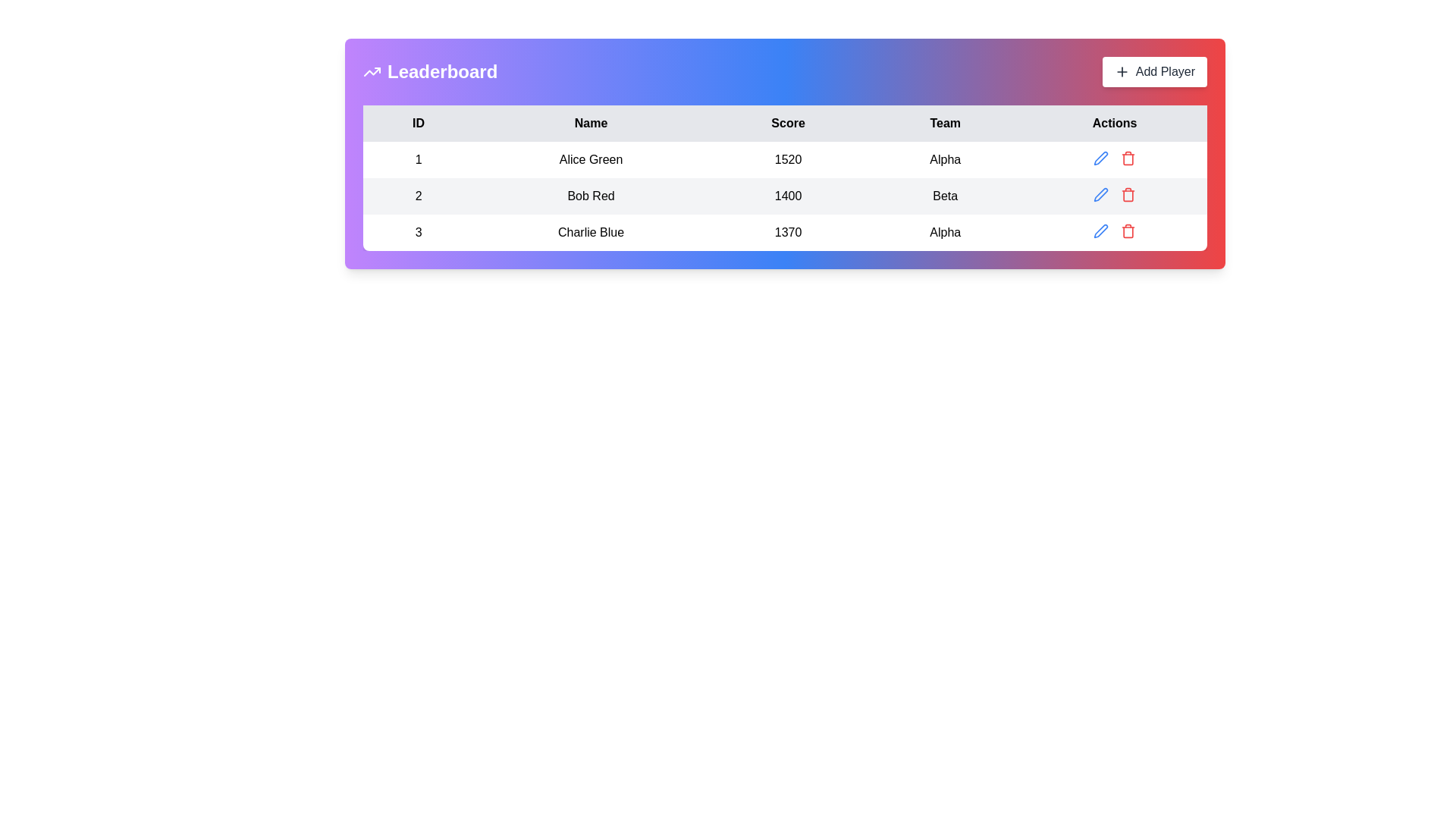 The width and height of the screenshot is (1456, 819). Describe the element at coordinates (372, 72) in the screenshot. I see `the trending icon located in the header section of the 'Leaderboard' panel, positioned to the left of the 'Leaderboard' text` at that location.